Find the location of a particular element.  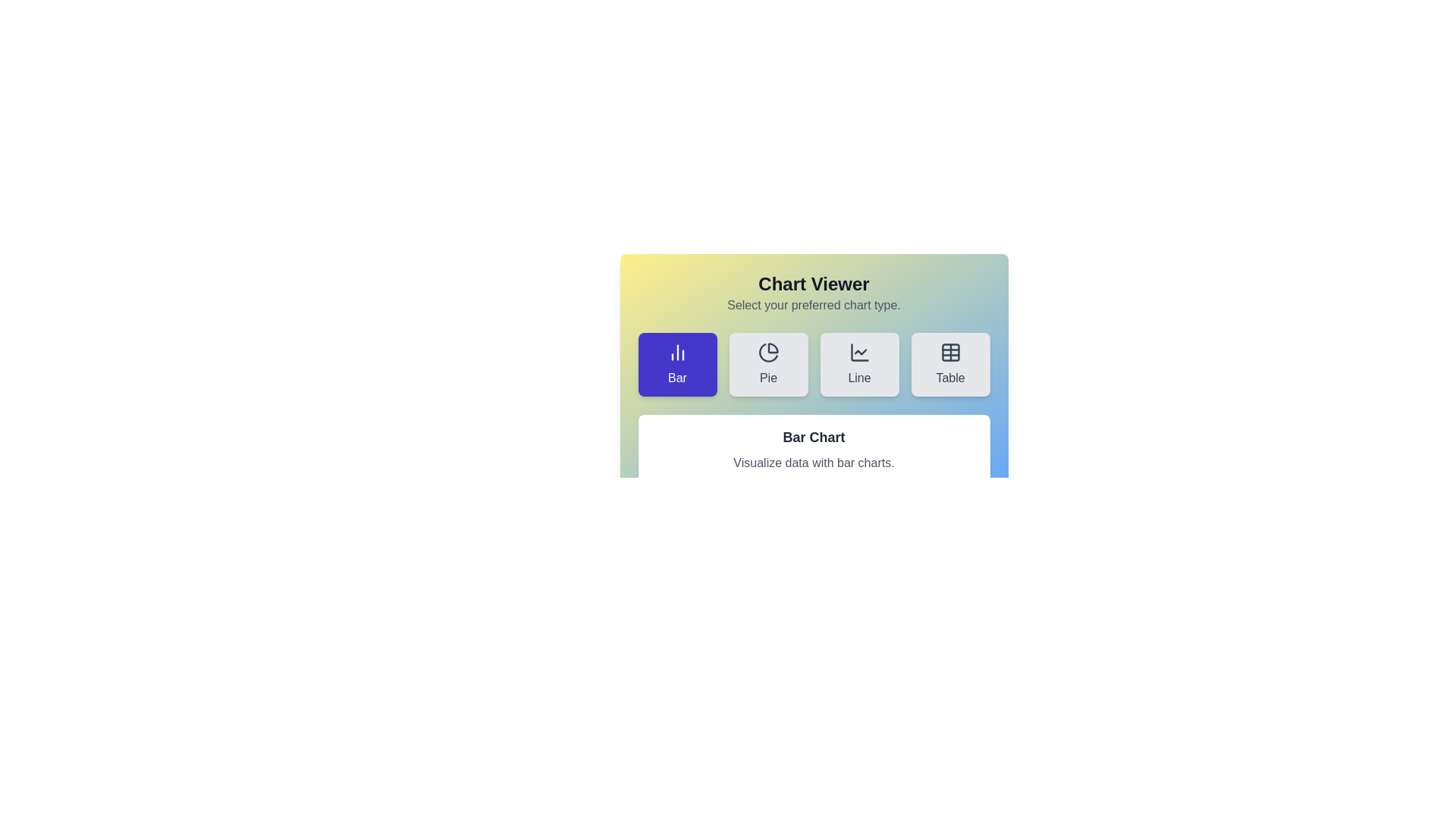

text label 'Bar' which is styled in white on a dark indigo background, located within a button structure among other chart type selection buttons is located at coordinates (676, 377).